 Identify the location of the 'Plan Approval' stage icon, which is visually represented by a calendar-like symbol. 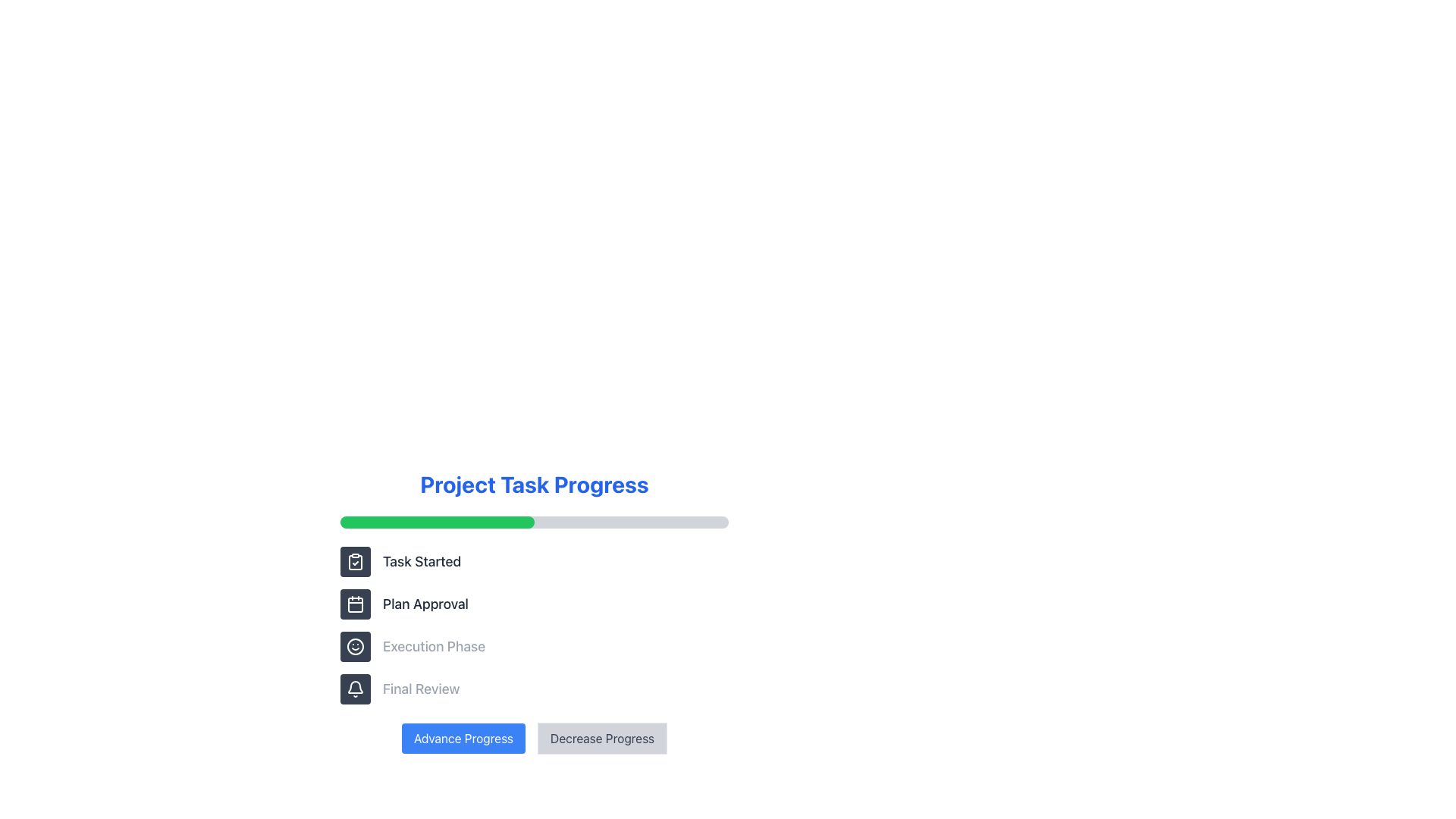
(355, 604).